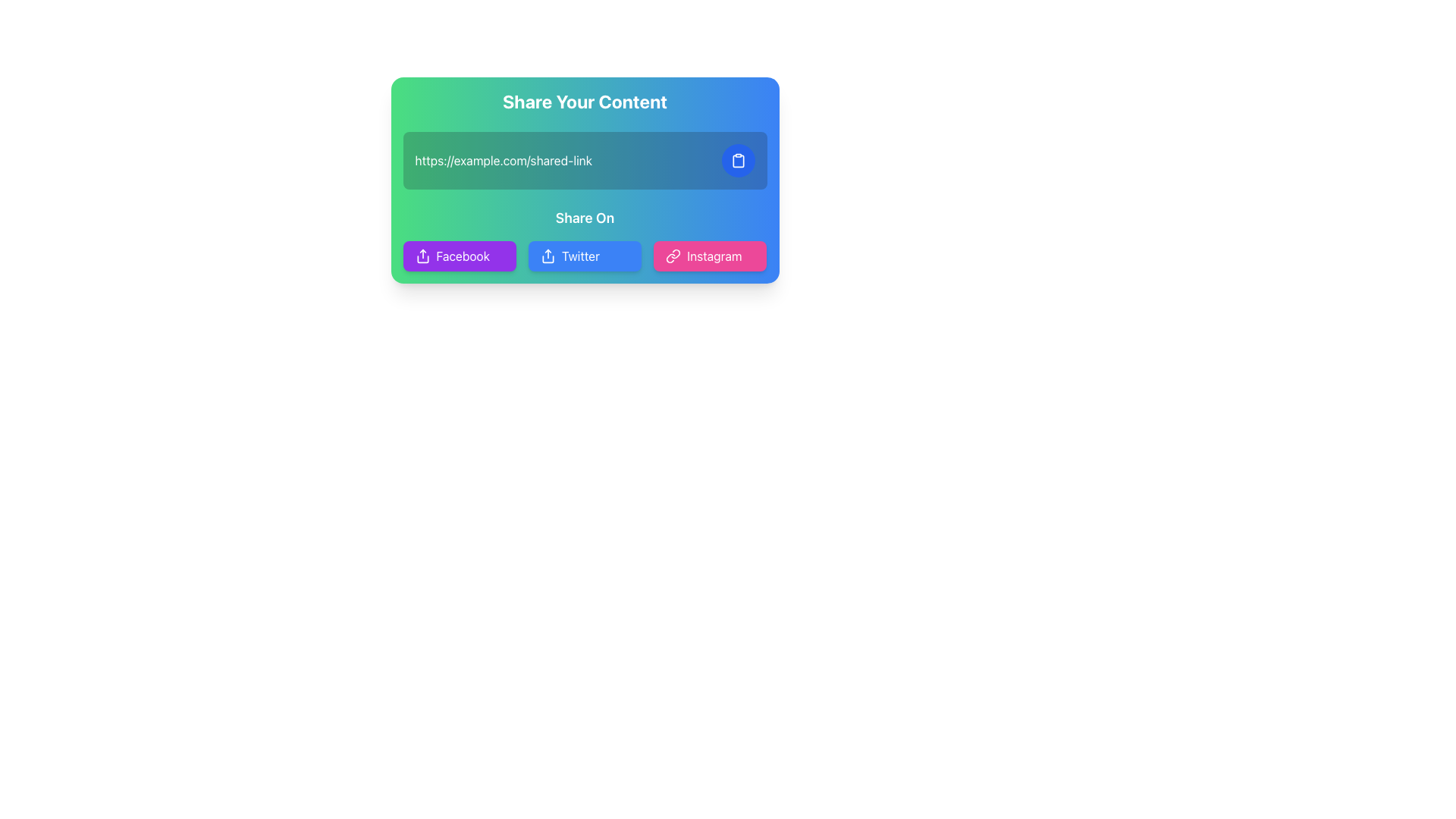 The height and width of the screenshot is (819, 1456). What do you see at coordinates (738, 161) in the screenshot?
I see `the rounded blue circular button in the top-right corner of the card that enables users to copy the displayed URL` at bounding box center [738, 161].